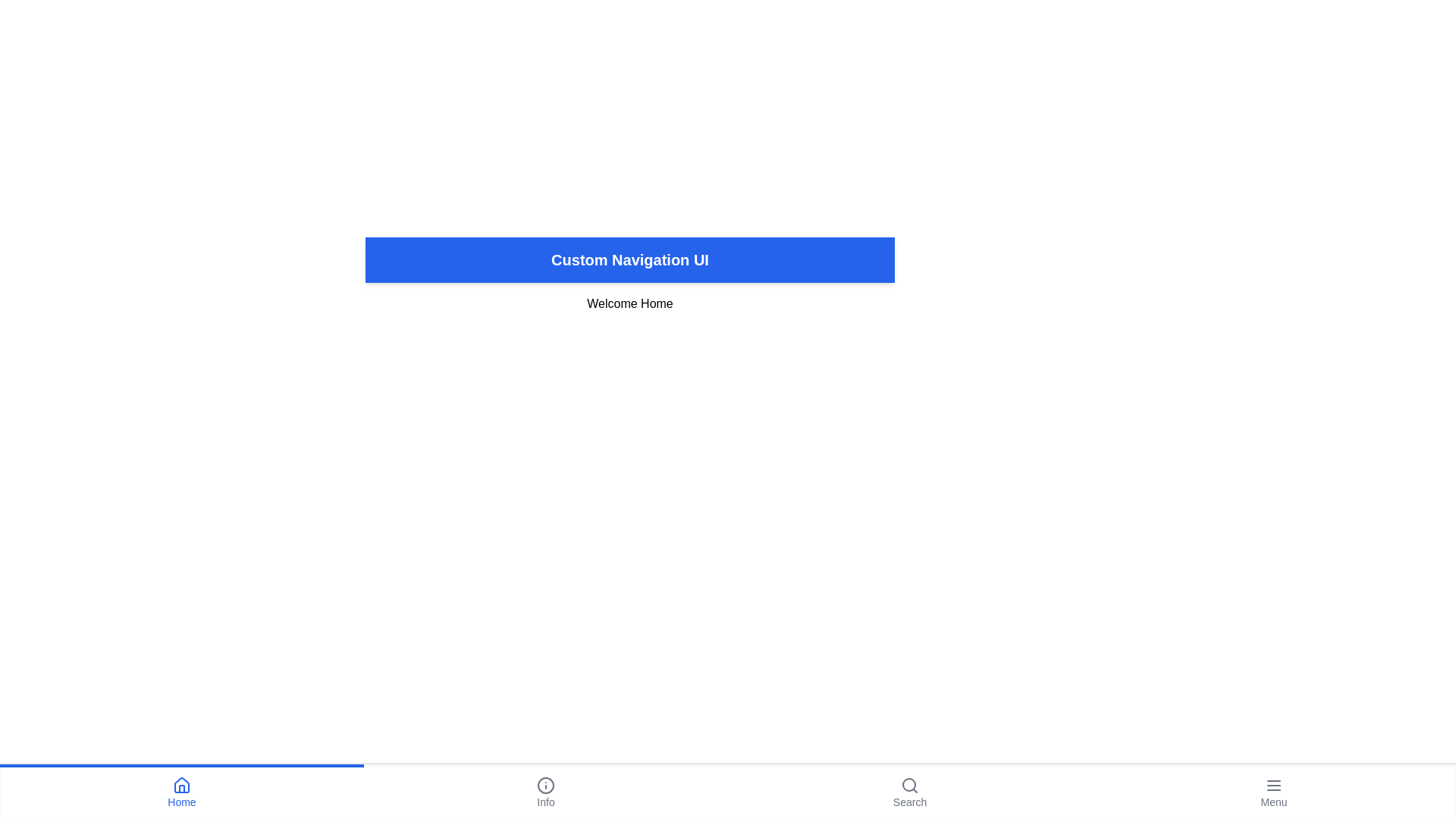 This screenshot has height=819, width=1456. What do you see at coordinates (182, 784) in the screenshot?
I see `the upper triangular part of the blue house icon located in the bottom navigation bar, which is the first icon from the left` at bounding box center [182, 784].